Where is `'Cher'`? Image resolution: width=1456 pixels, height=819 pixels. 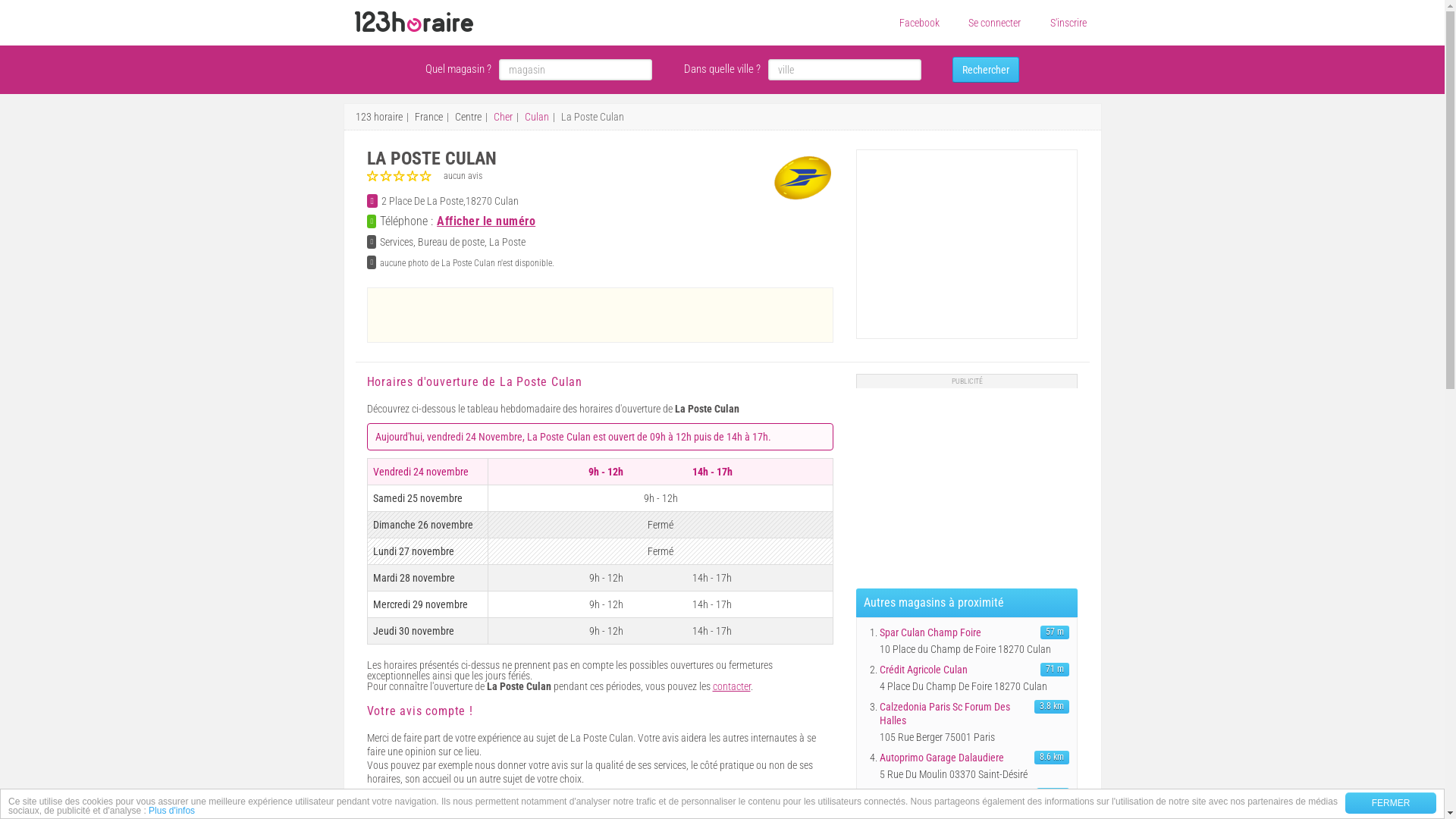
'Cher' is located at coordinates (502, 116).